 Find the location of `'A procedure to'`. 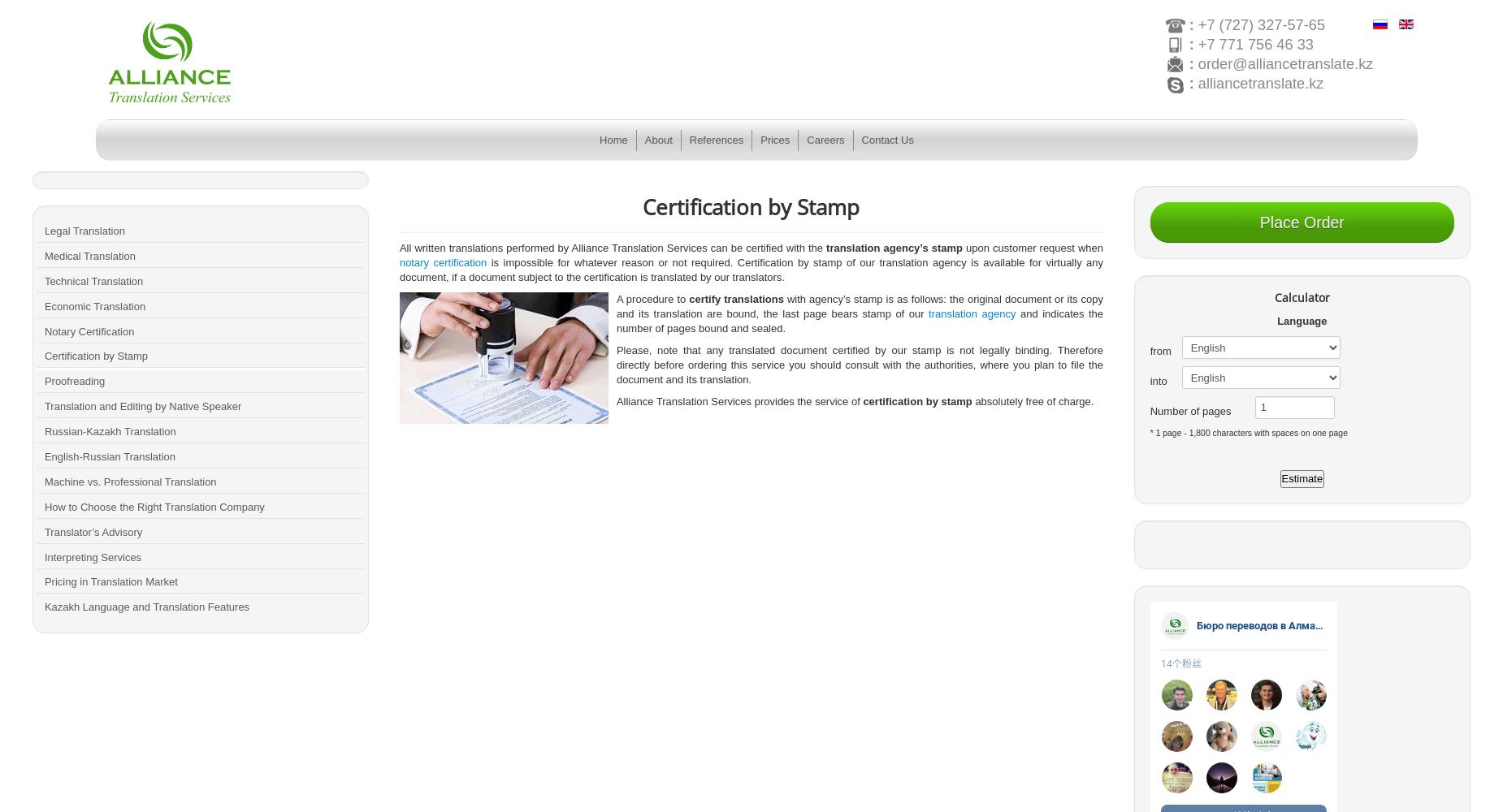

'A procedure to' is located at coordinates (615, 298).